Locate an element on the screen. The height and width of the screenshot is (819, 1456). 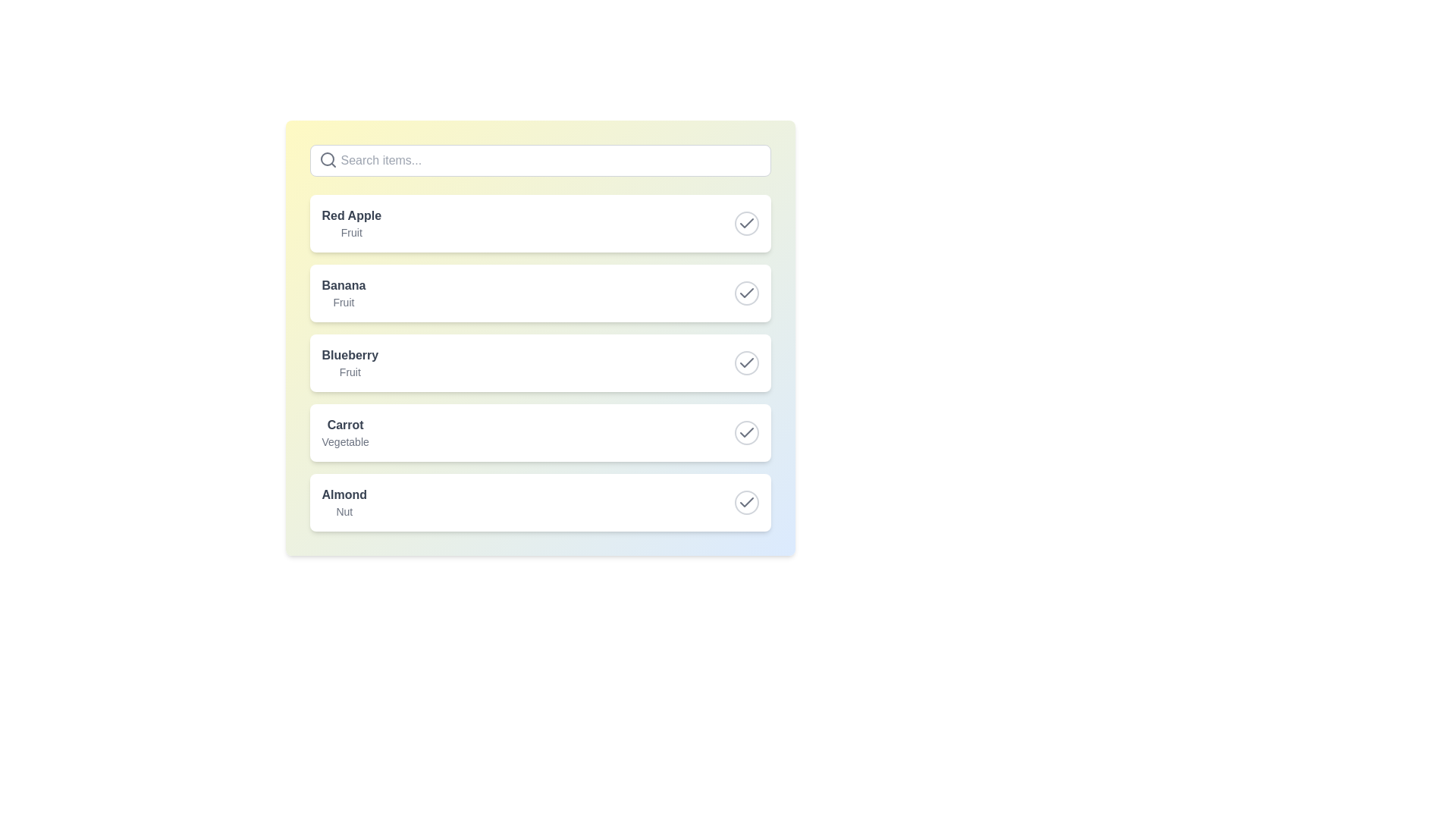
the selection or confirmation button associated with the 'Red Apple' item is located at coordinates (746, 223).